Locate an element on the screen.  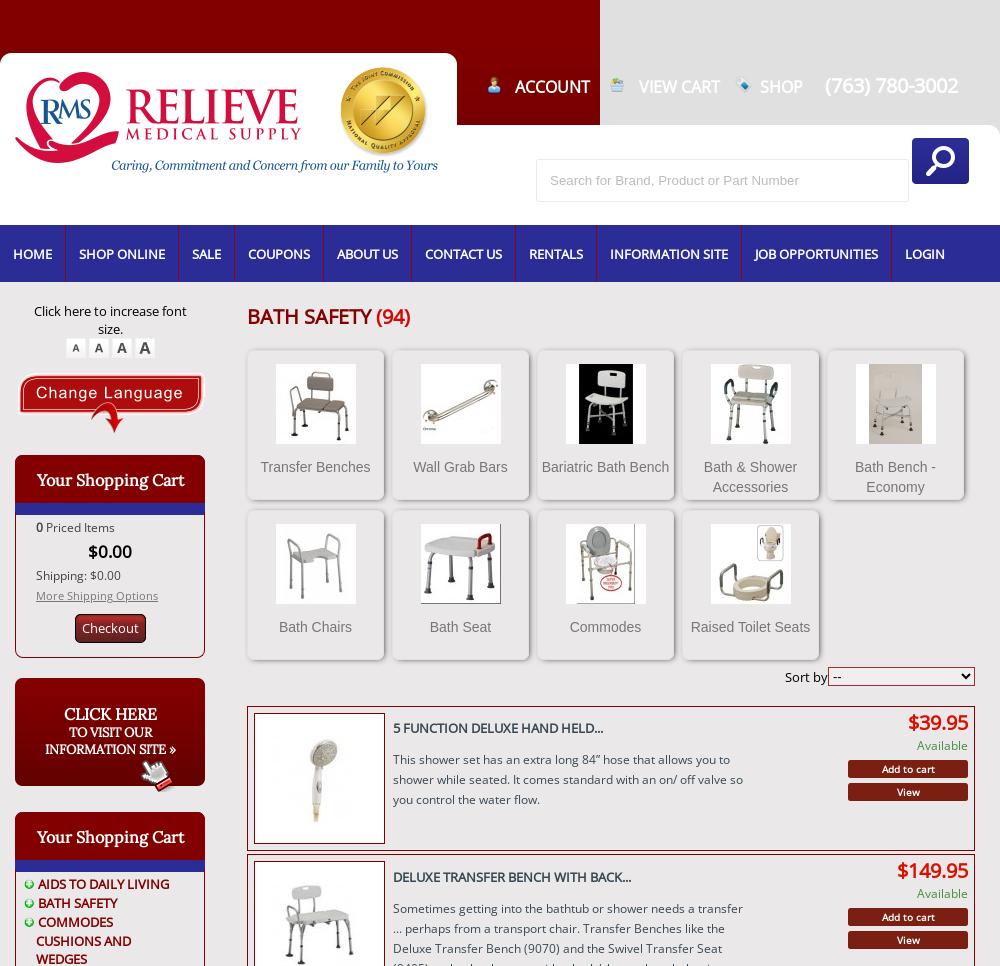
'$0.00' is located at coordinates (109, 551).